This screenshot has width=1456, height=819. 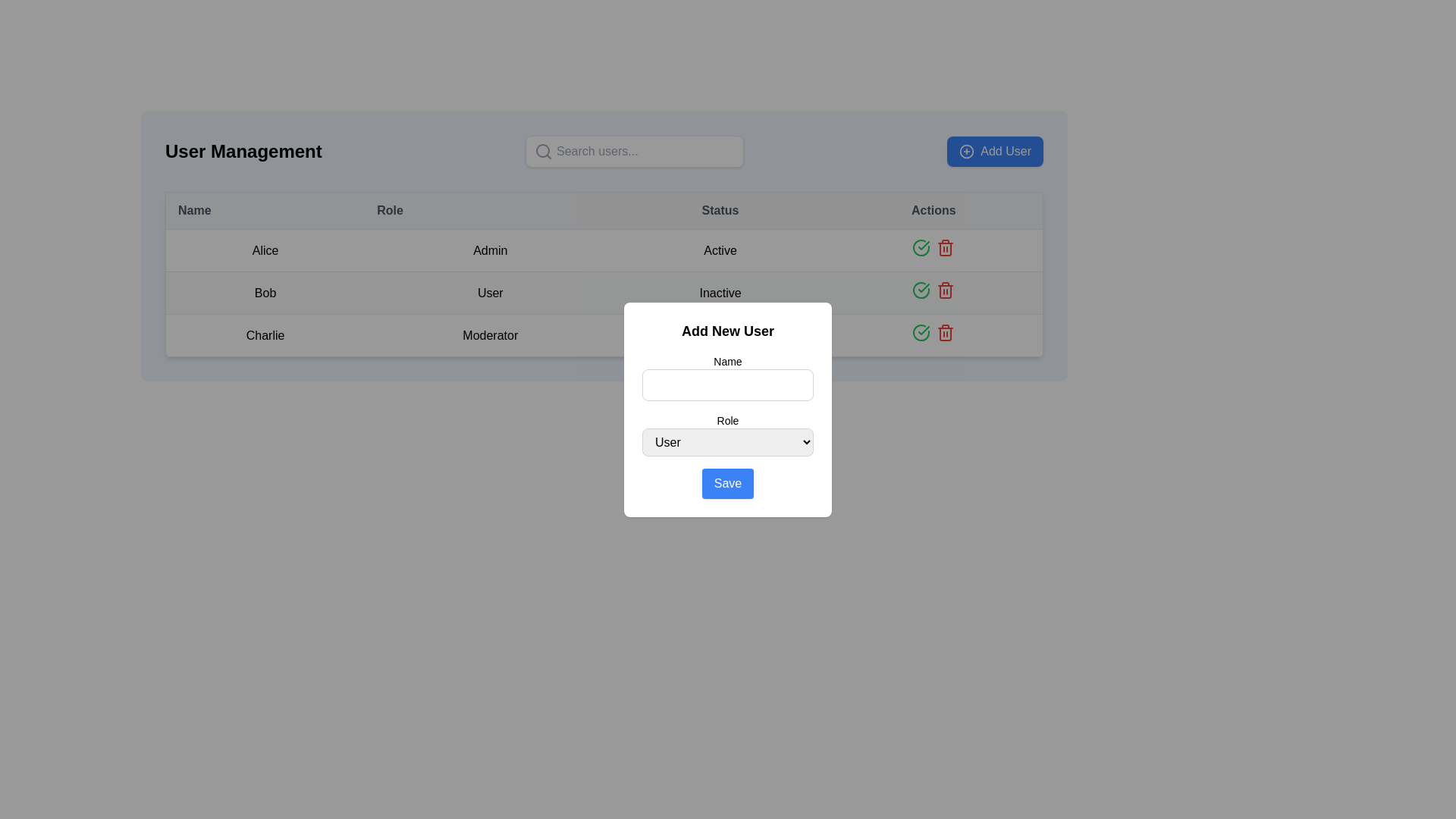 What do you see at coordinates (265, 334) in the screenshot?
I see `text displayed in the user's name field located in the third row of the 'Name' column in the user management table` at bounding box center [265, 334].